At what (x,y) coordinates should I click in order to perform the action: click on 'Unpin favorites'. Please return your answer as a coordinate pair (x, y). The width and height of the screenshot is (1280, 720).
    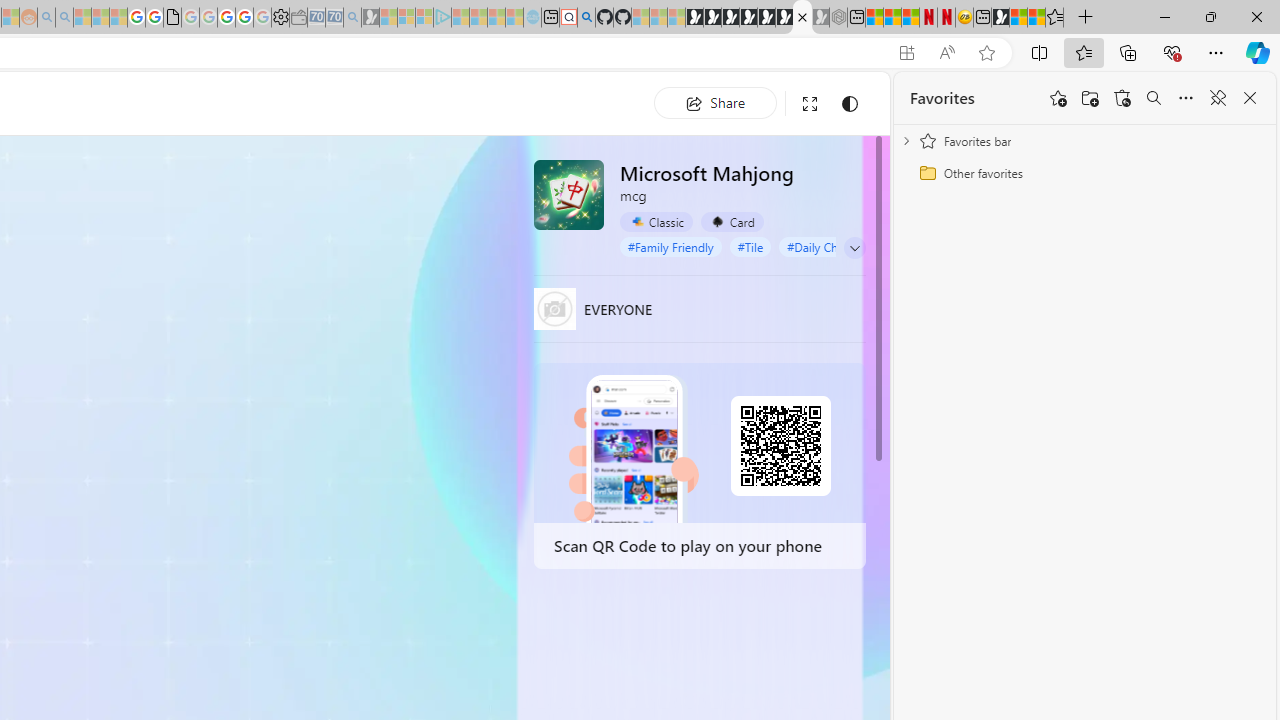
    Looking at the image, I should click on (1216, 98).